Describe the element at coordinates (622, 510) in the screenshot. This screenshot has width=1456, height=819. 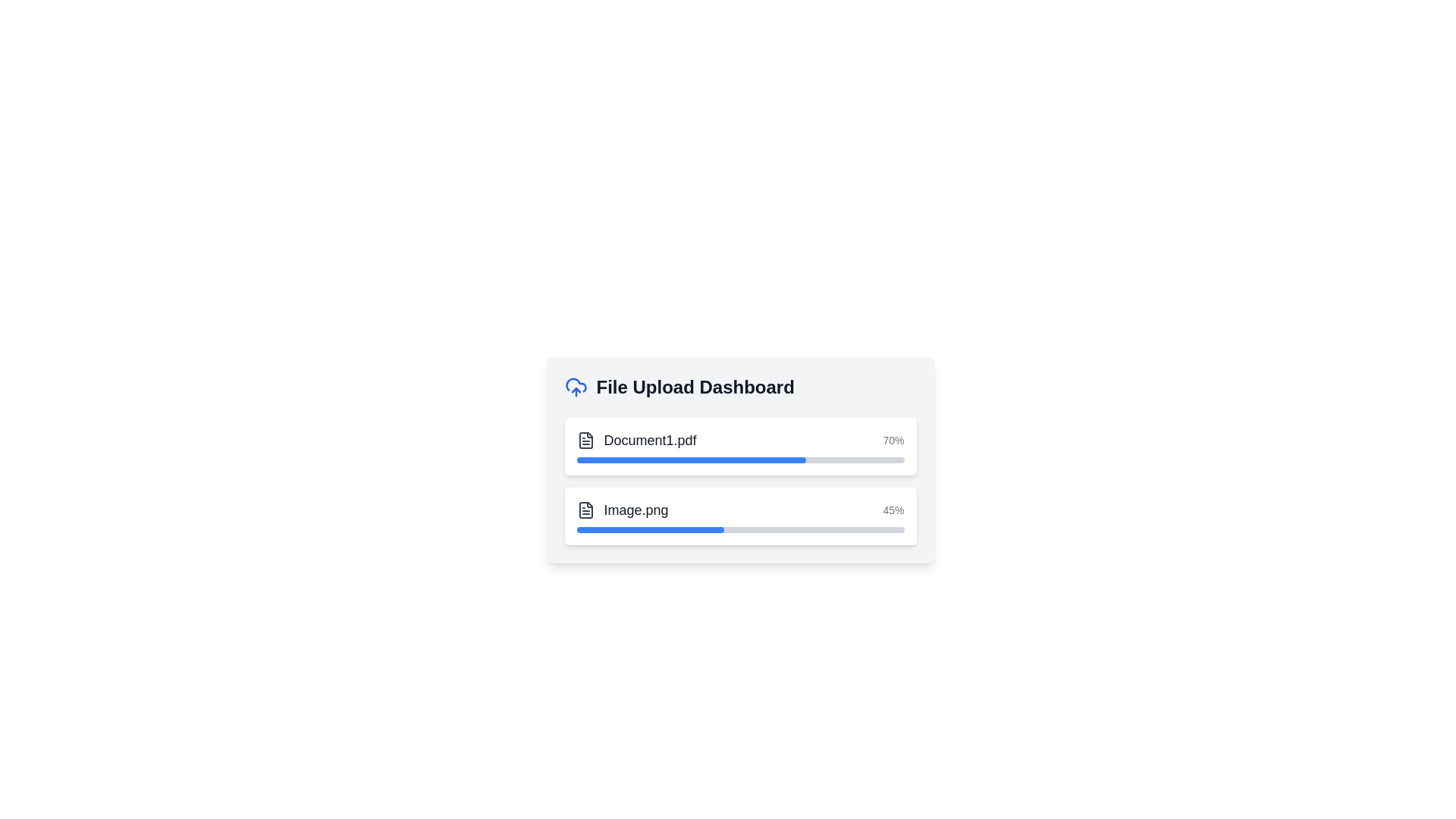
I see `the file-item display component that shows the file's icon and filename, located in the 'File Upload Dashboard' section, specifically the second item below 'Document1.pdf'` at that location.